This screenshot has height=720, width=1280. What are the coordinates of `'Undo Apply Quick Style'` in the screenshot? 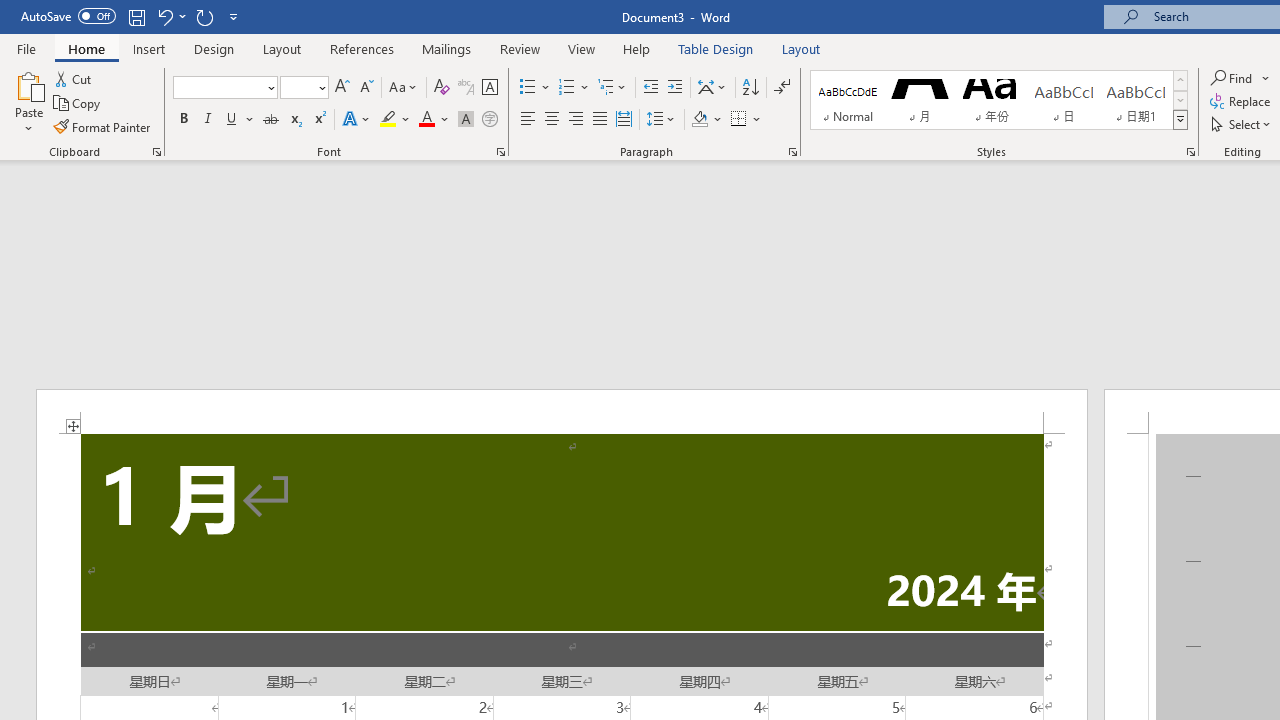 It's located at (164, 16).